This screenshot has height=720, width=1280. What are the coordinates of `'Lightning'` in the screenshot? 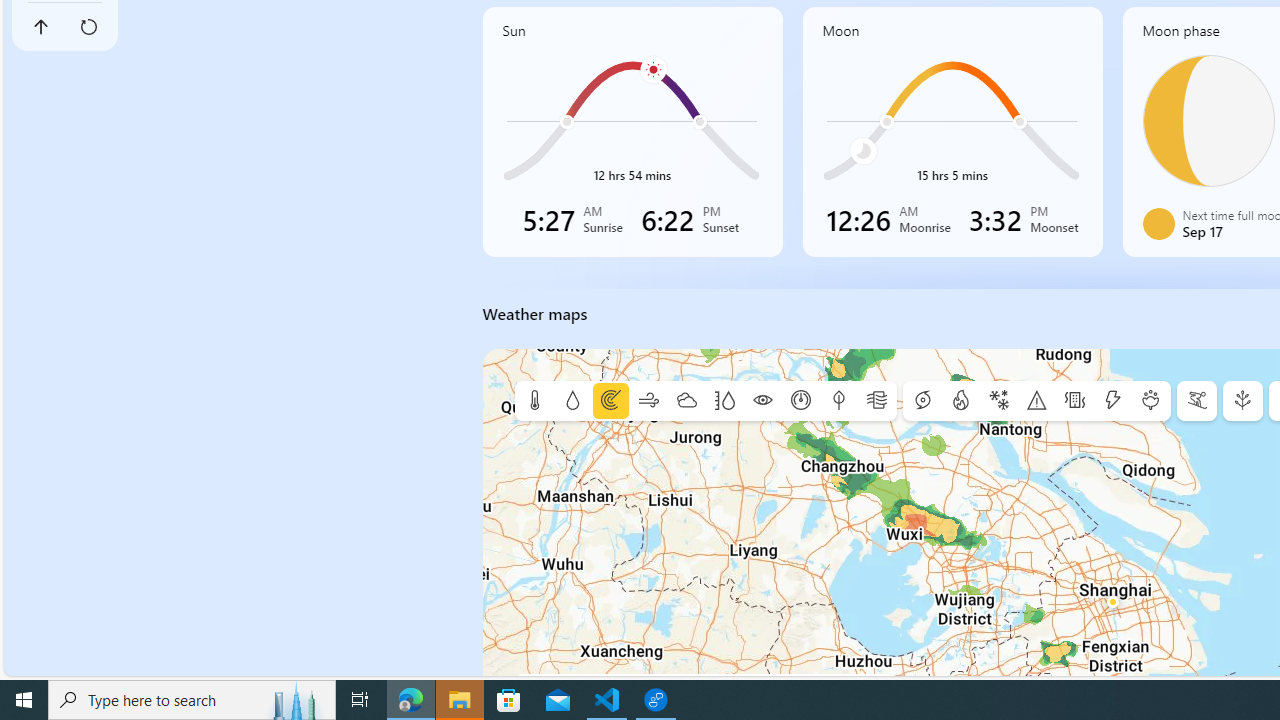 It's located at (1111, 401).